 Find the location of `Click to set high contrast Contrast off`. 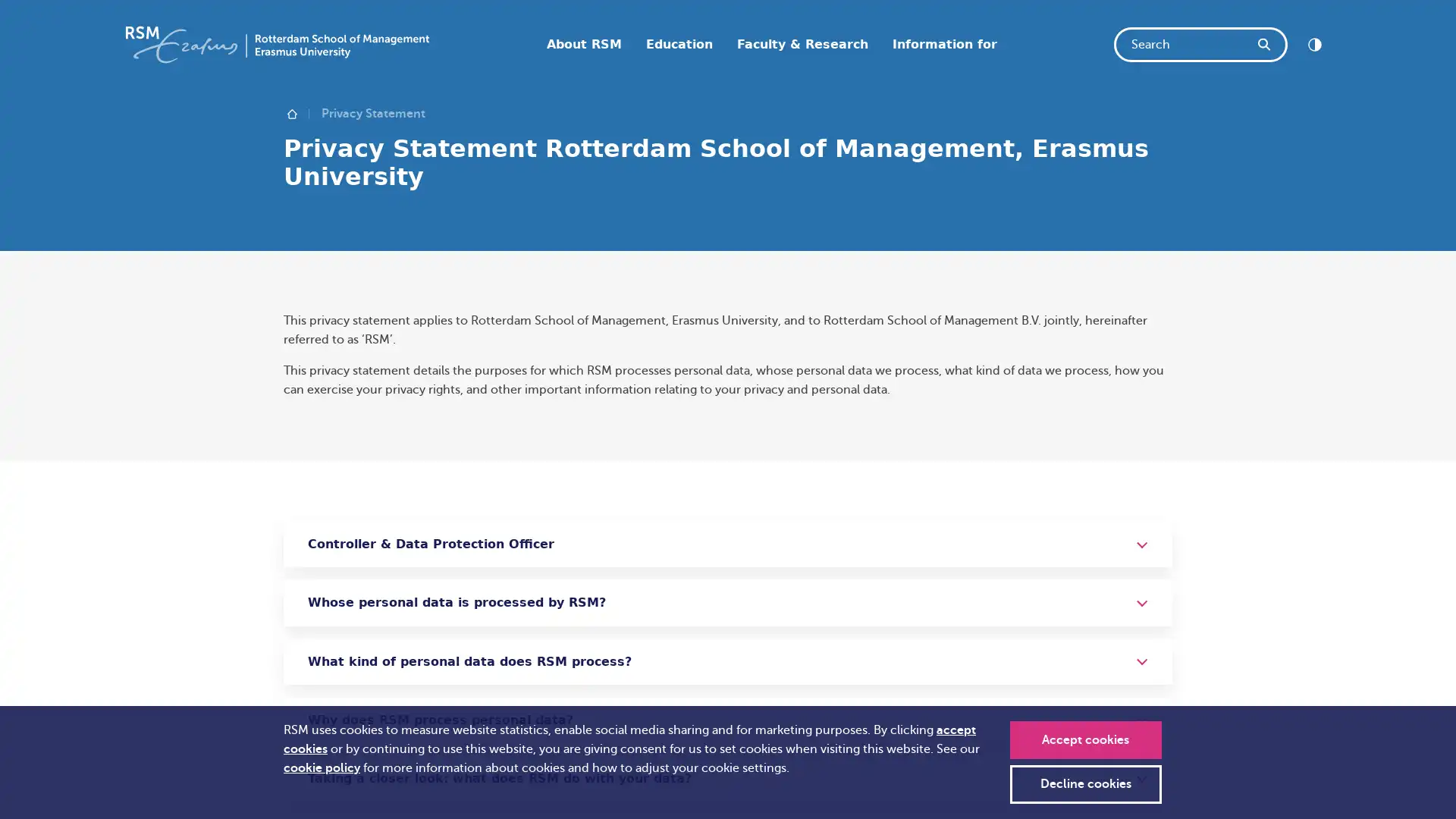

Click to set high contrast Contrast off is located at coordinates (1313, 43).